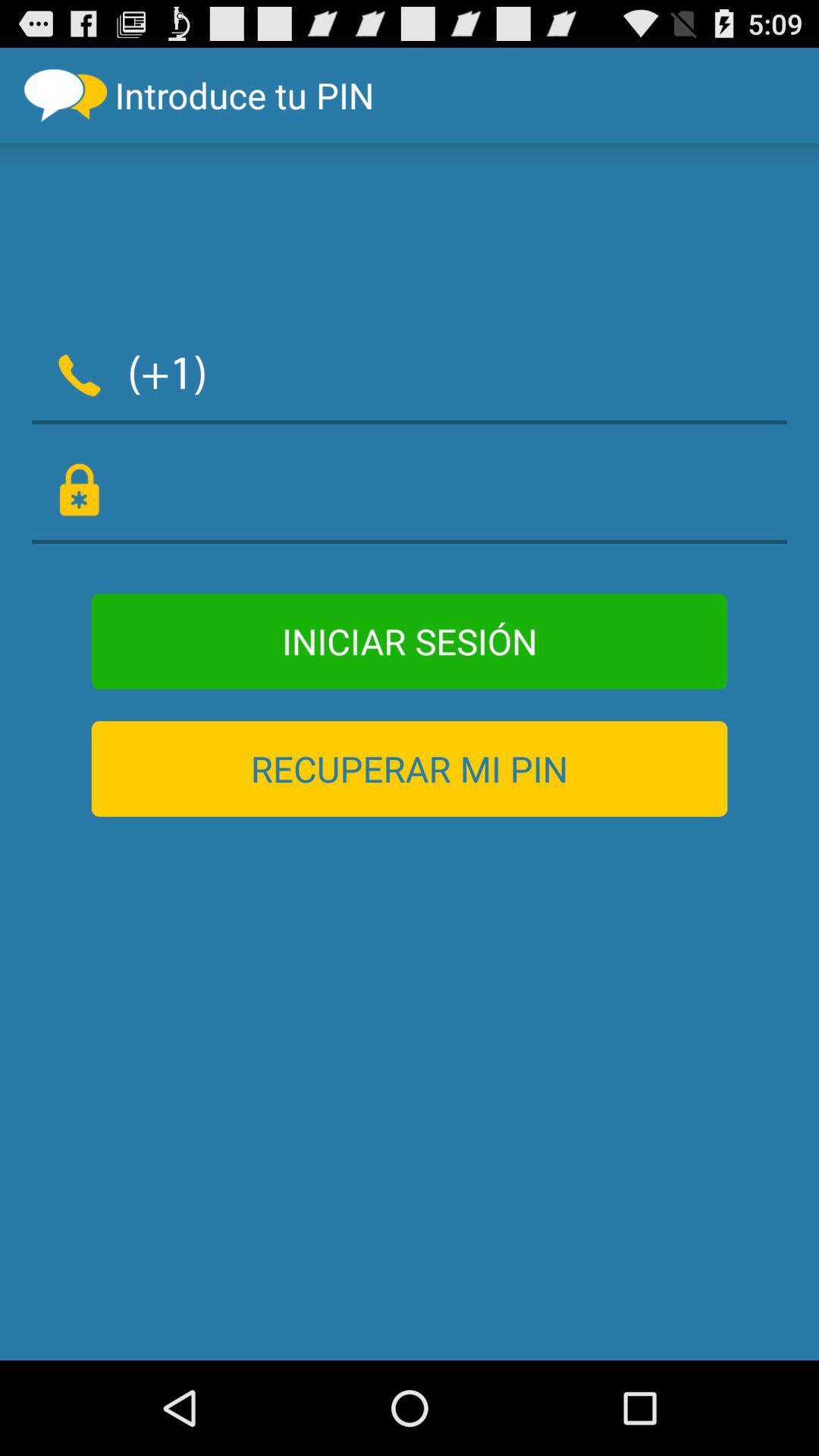  What do you see at coordinates (409, 768) in the screenshot?
I see `the recuperar mi pin` at bounding box center [409, 768].